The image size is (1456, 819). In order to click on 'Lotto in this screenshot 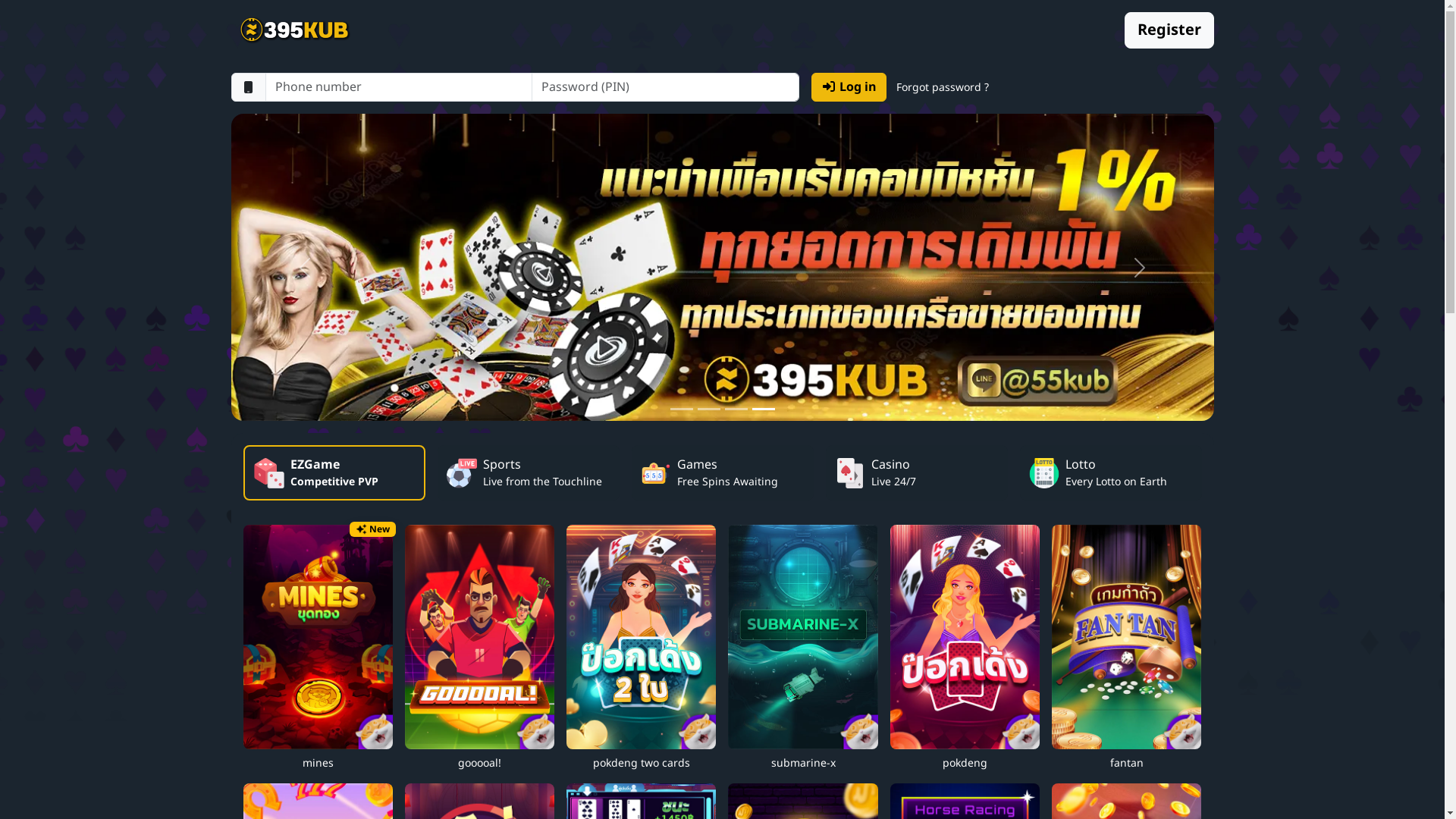, I will do `click(1110, 472)`.